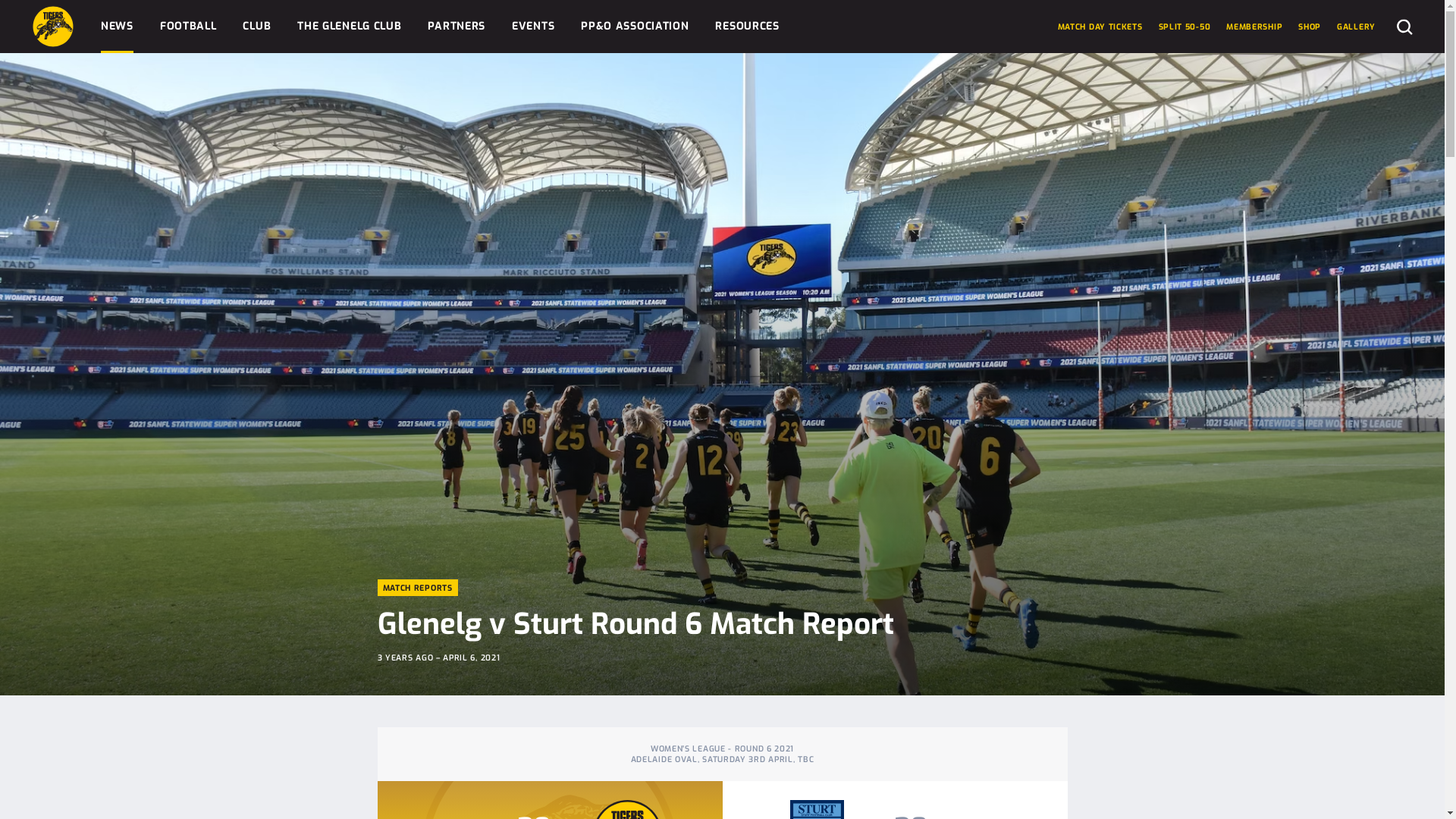 The image size is (1456, 819). I want to click on 'MEMBERSHIP', so click(1226, 26).